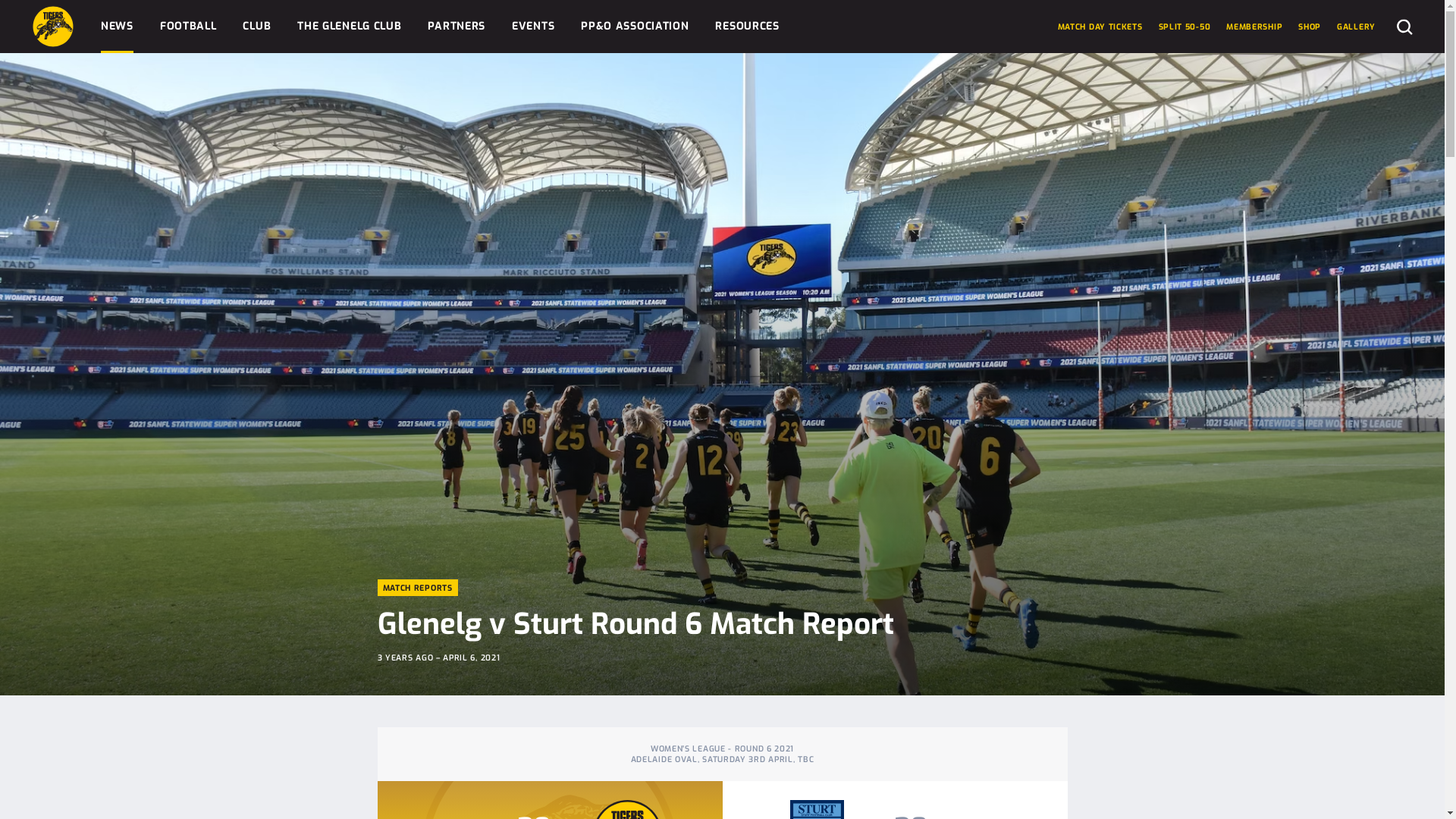 The image size is (1456, 819). I want to click on 'MEMBERSHIP', so click(1226, 26).